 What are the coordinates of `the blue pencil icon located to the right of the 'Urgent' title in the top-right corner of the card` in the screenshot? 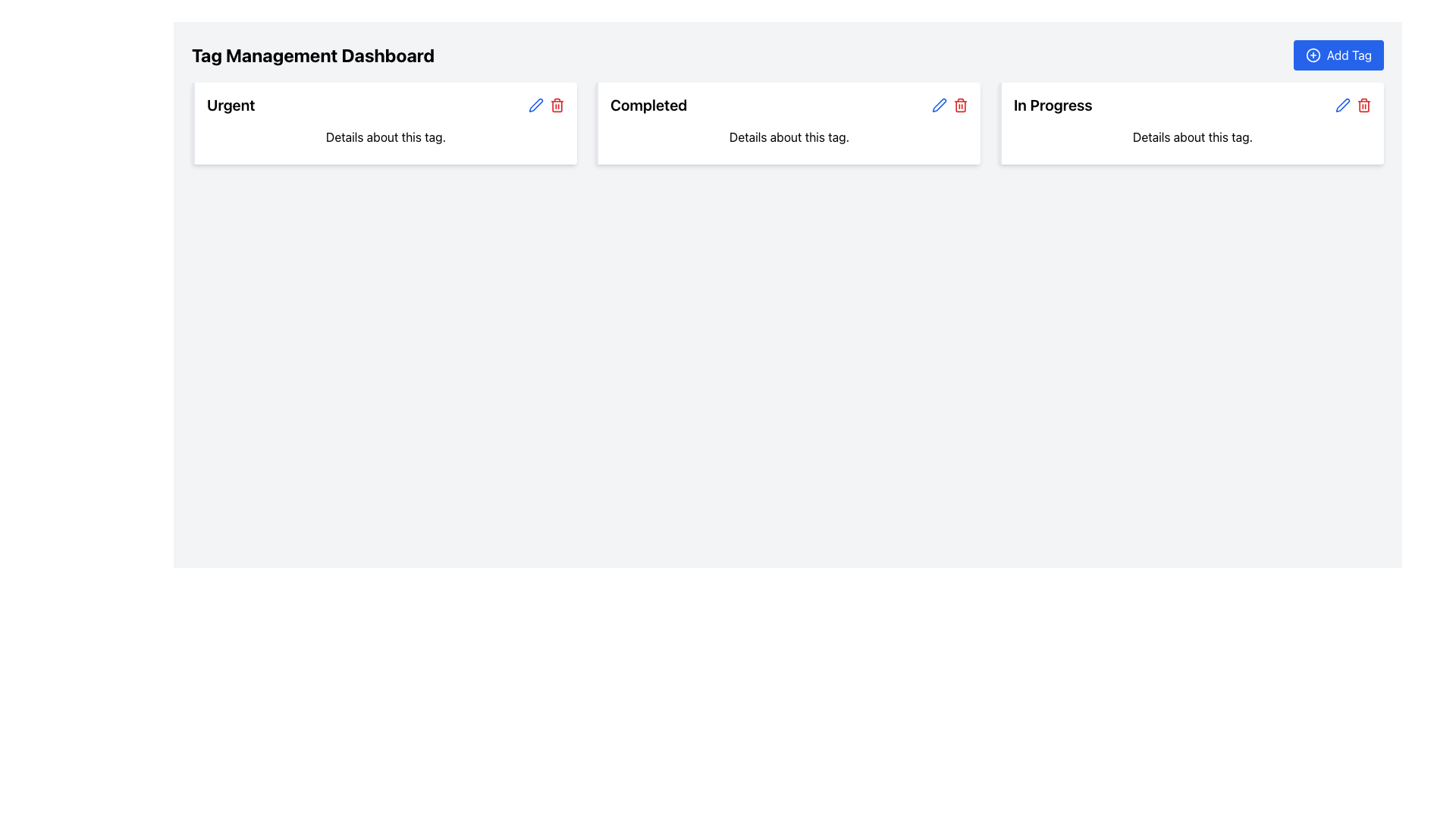 It's located at (546, 104).